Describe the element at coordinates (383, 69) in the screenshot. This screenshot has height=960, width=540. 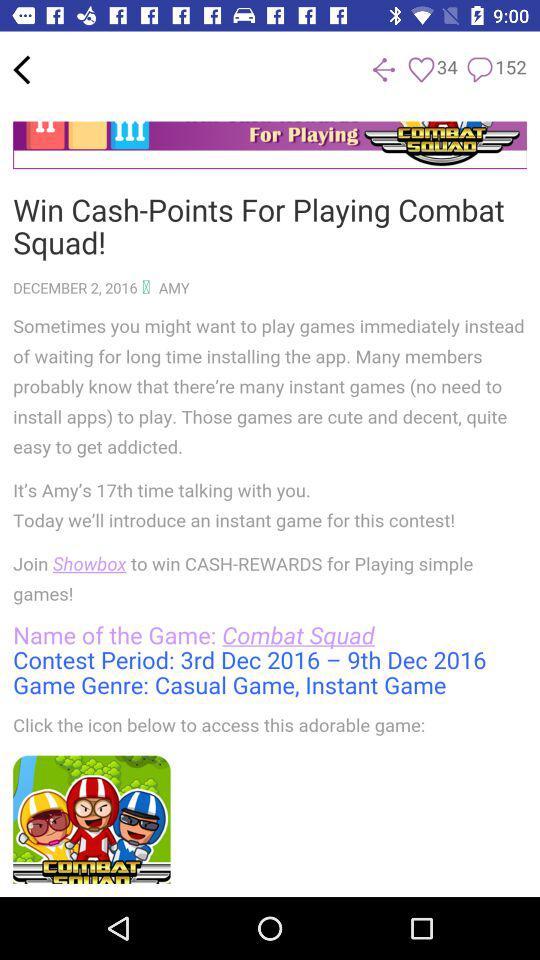
I see `previous` at that location.